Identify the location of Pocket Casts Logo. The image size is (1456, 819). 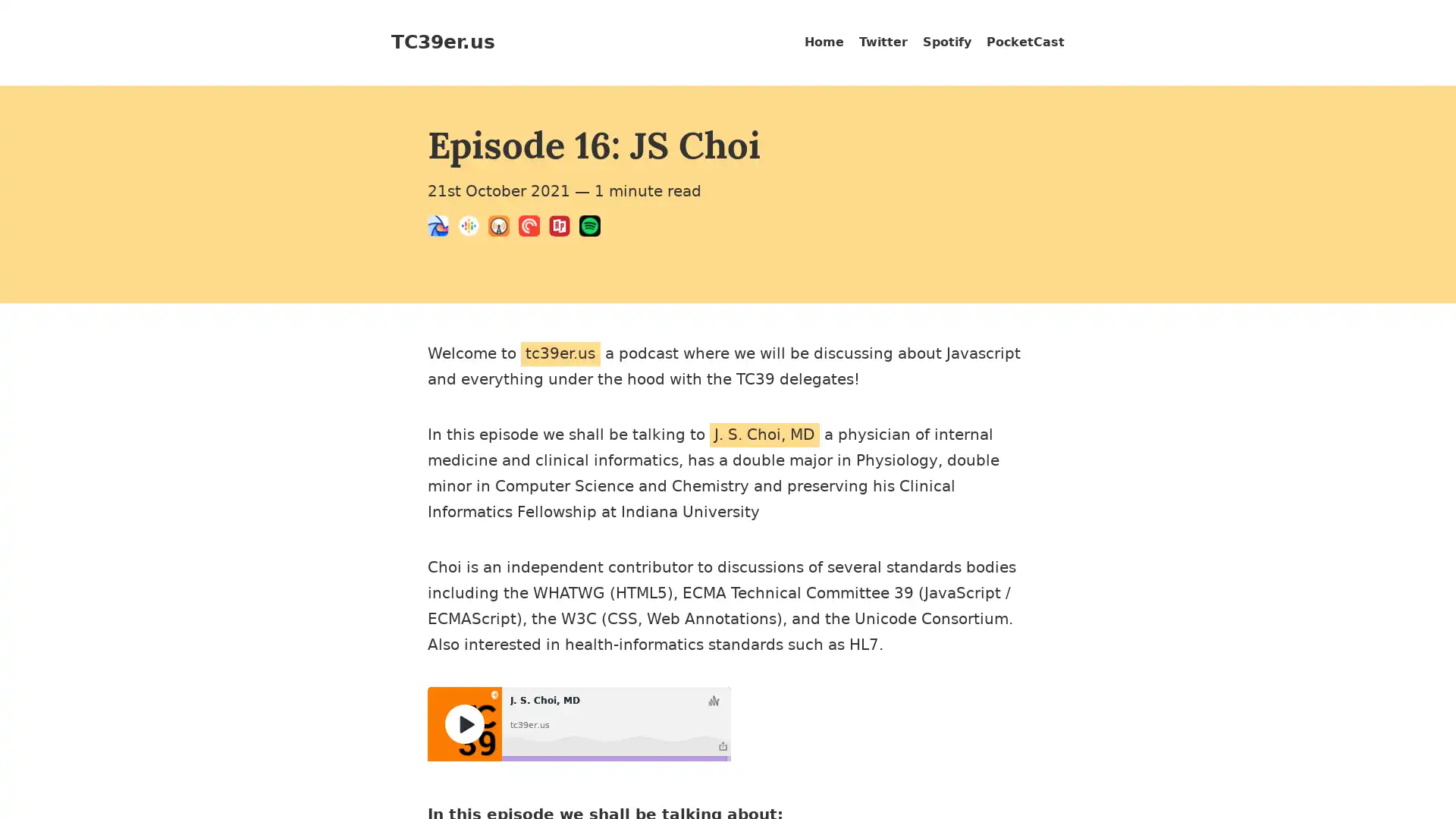
(534, 228).